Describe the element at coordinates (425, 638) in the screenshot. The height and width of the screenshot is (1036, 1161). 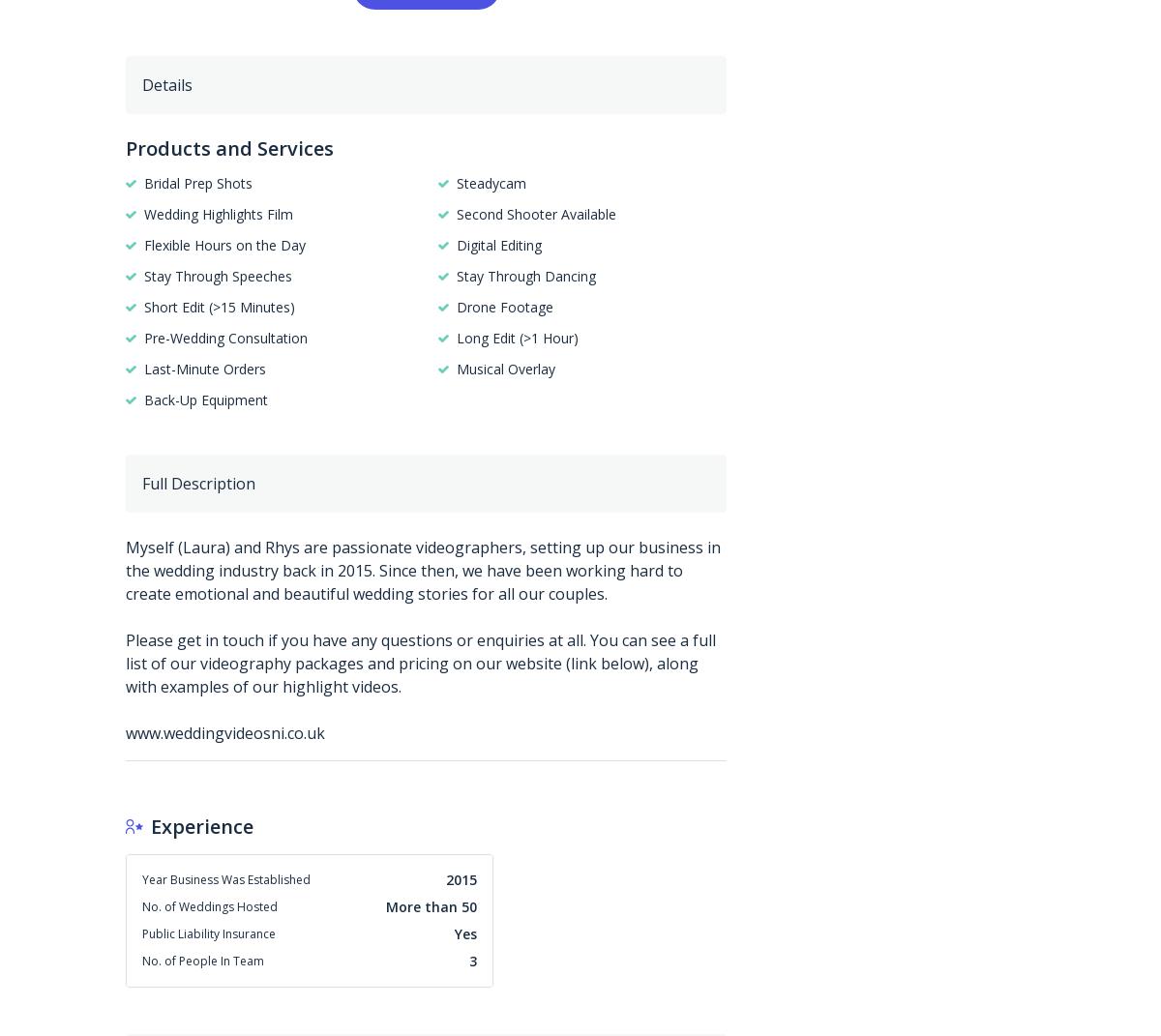
I see `'Myself (Laura) and Rhys are passionate videographers, setting up our business in the wedding industry back in 2015. Since then, we have been working hard to create emotional and beautiful wedding stories for all our couples. 

Please get in touch if you have any questions or enquiries at all. You can see a full list of our videography packages and pricing on our website (link below), along with examples of our highlight videos.

www.weddingvideosni.co.uk'` at that location.